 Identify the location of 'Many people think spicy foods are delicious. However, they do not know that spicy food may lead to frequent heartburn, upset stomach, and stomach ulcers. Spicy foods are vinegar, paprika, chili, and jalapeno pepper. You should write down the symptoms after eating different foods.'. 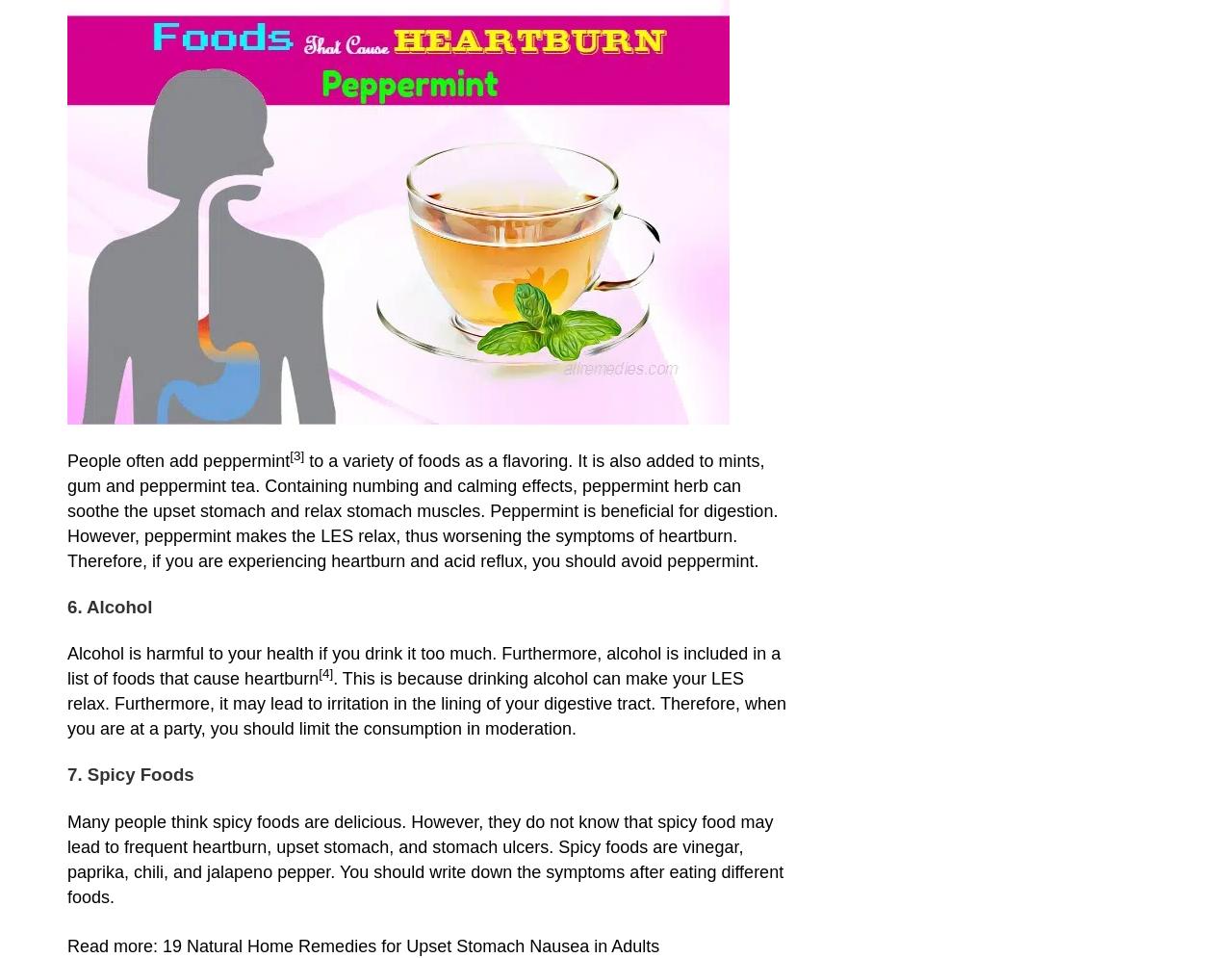
(423, 858).